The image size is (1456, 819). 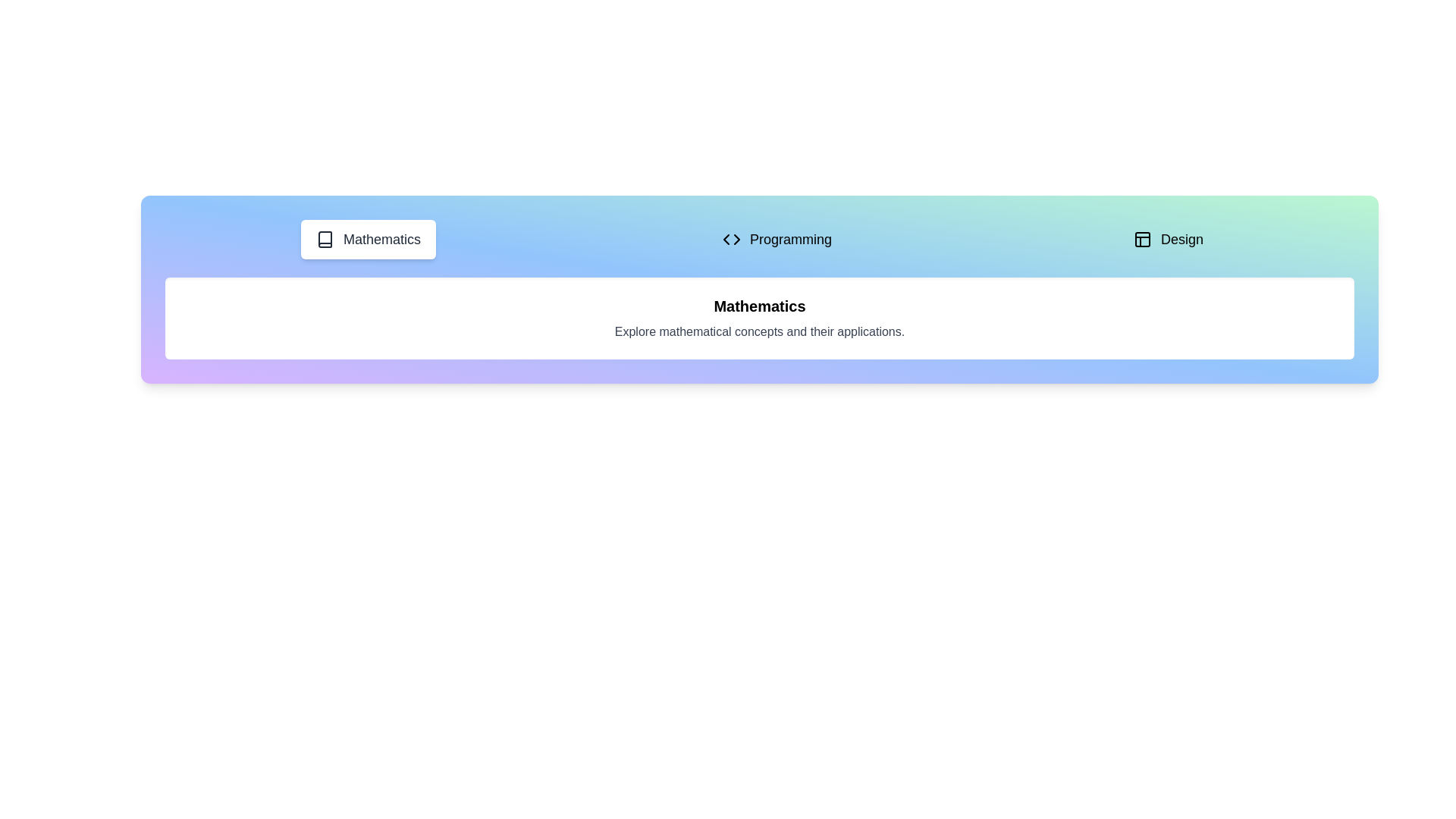 I want to click on the button corresponding to the module Design, so click(x=1167, y=239).